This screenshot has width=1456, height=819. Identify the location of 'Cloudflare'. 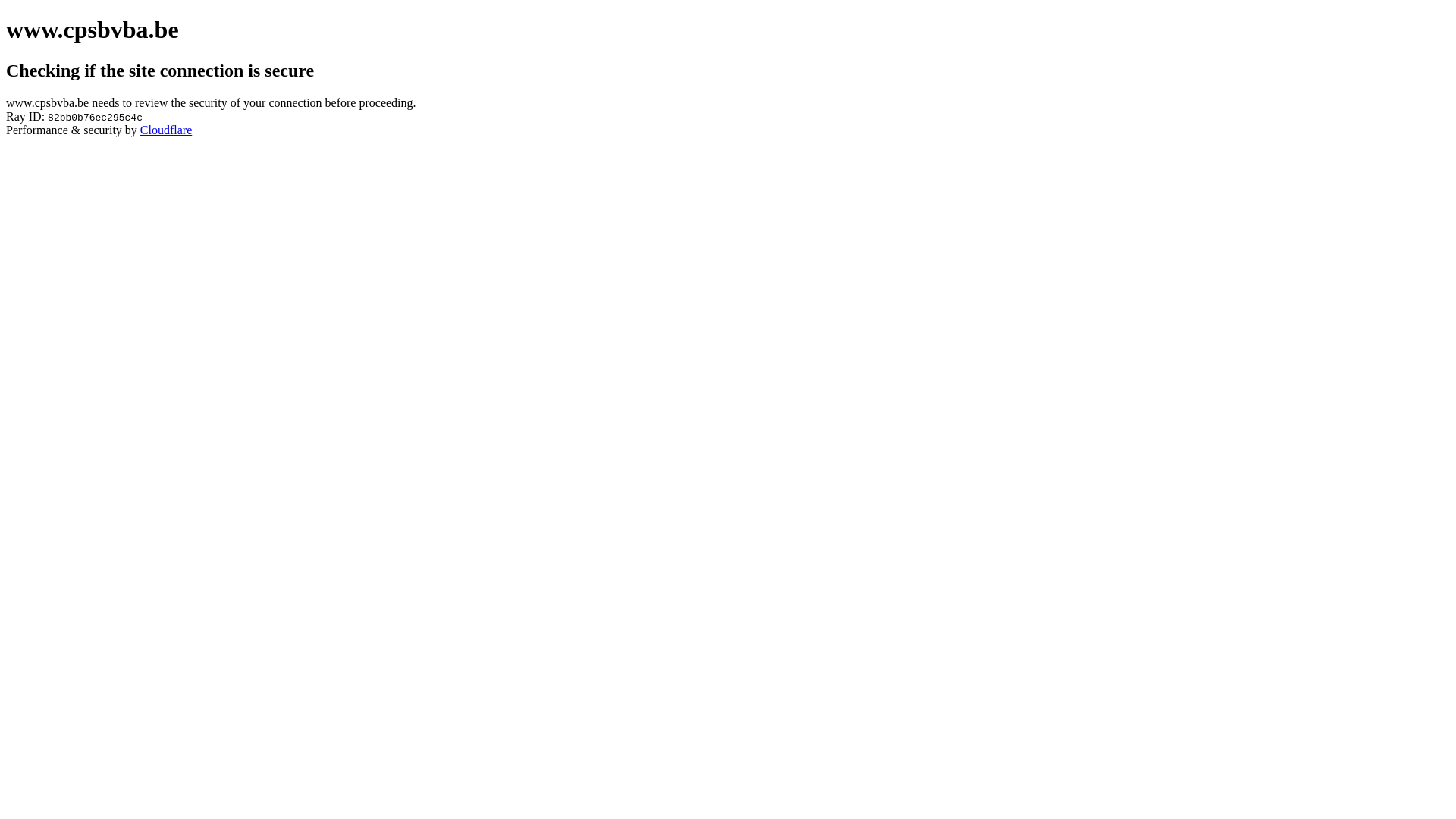
(166, 129).